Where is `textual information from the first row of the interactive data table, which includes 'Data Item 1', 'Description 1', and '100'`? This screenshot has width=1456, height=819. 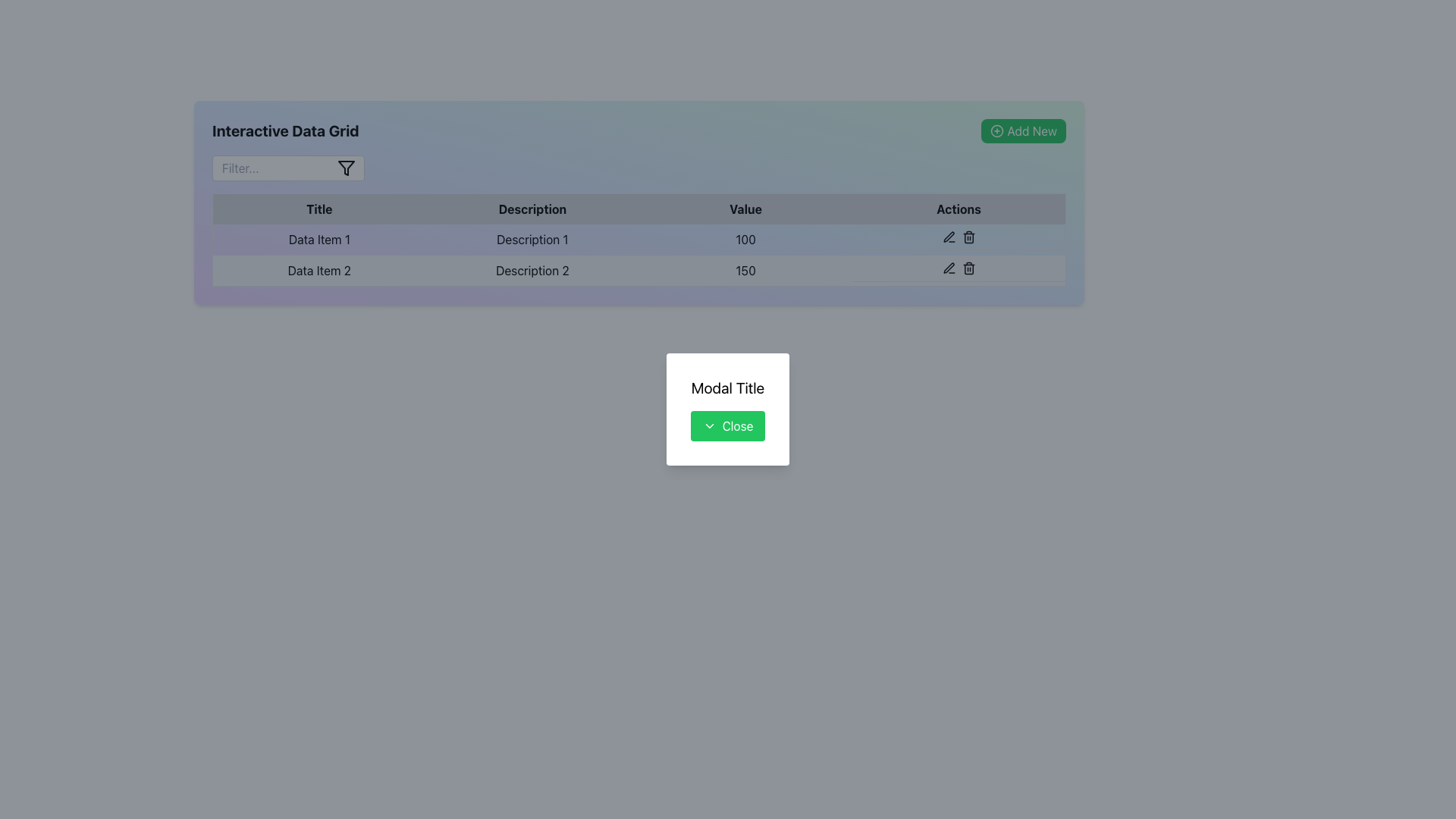 textual information from the first row of the interactive data table, which includes 'Data Item 1', 'Description 1', and '100' is located at coordinates (639, 239).